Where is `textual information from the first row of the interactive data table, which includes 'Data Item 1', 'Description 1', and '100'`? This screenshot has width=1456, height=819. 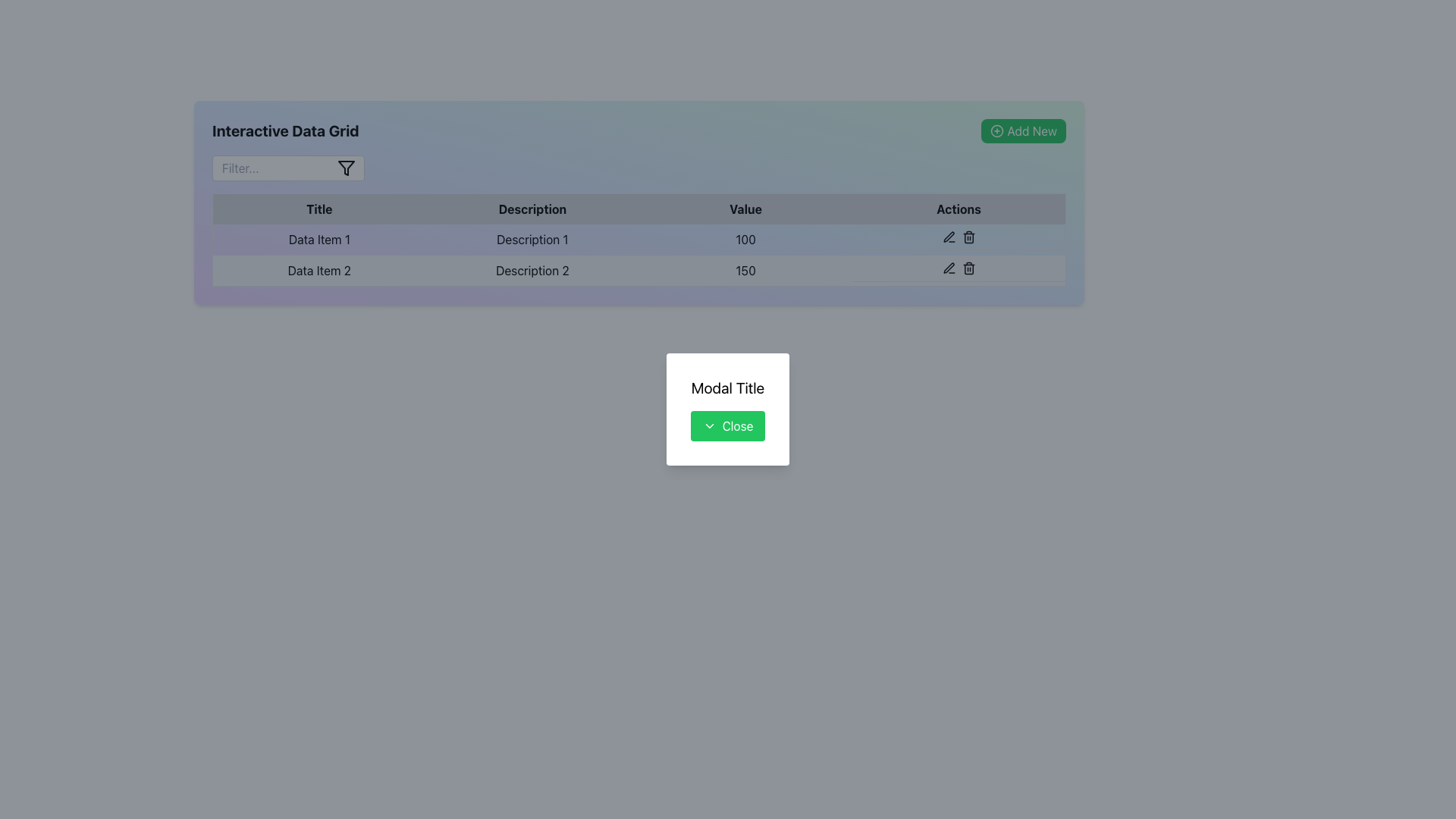 textual information from the first row of the interactive data table, which includes 'Data Item 1', 'Description 1', and '100' is located at coordinates (639, 239).